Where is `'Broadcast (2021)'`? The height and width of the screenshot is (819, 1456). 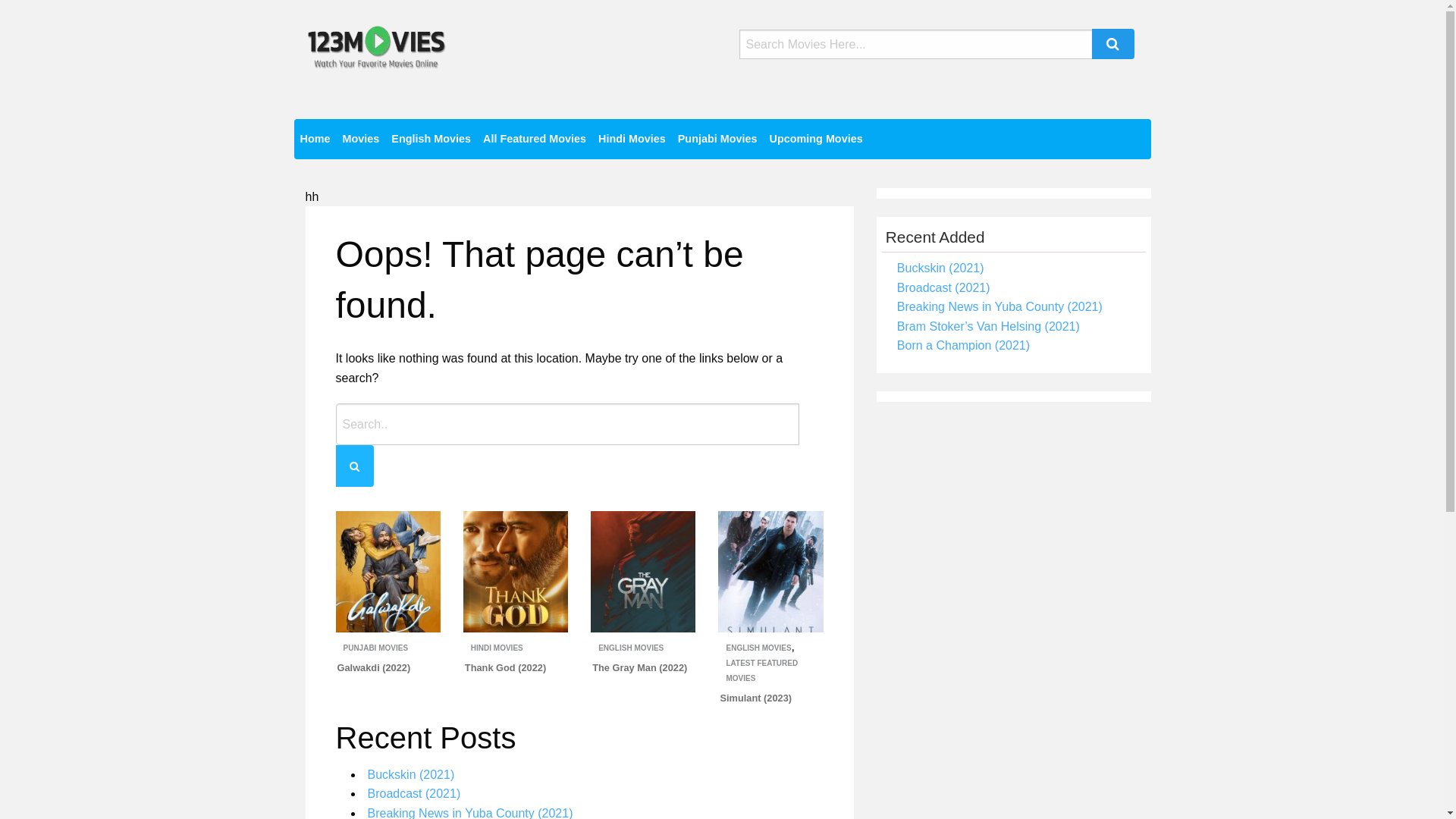
'Broadcast (2021)' is located at coordinates (943, 287).